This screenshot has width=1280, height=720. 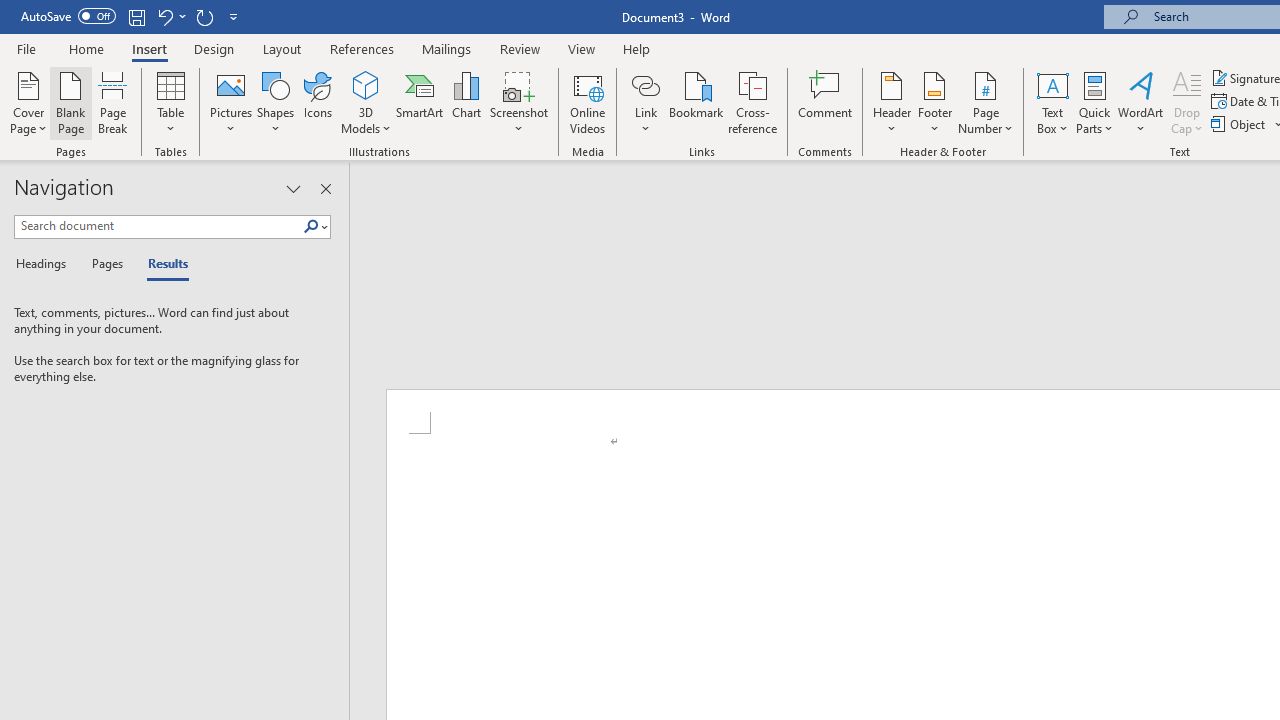 What do you see at coordinates (231, 103) in the screenshot?
I see `'Pictures'` at bounding box center [231, 103].